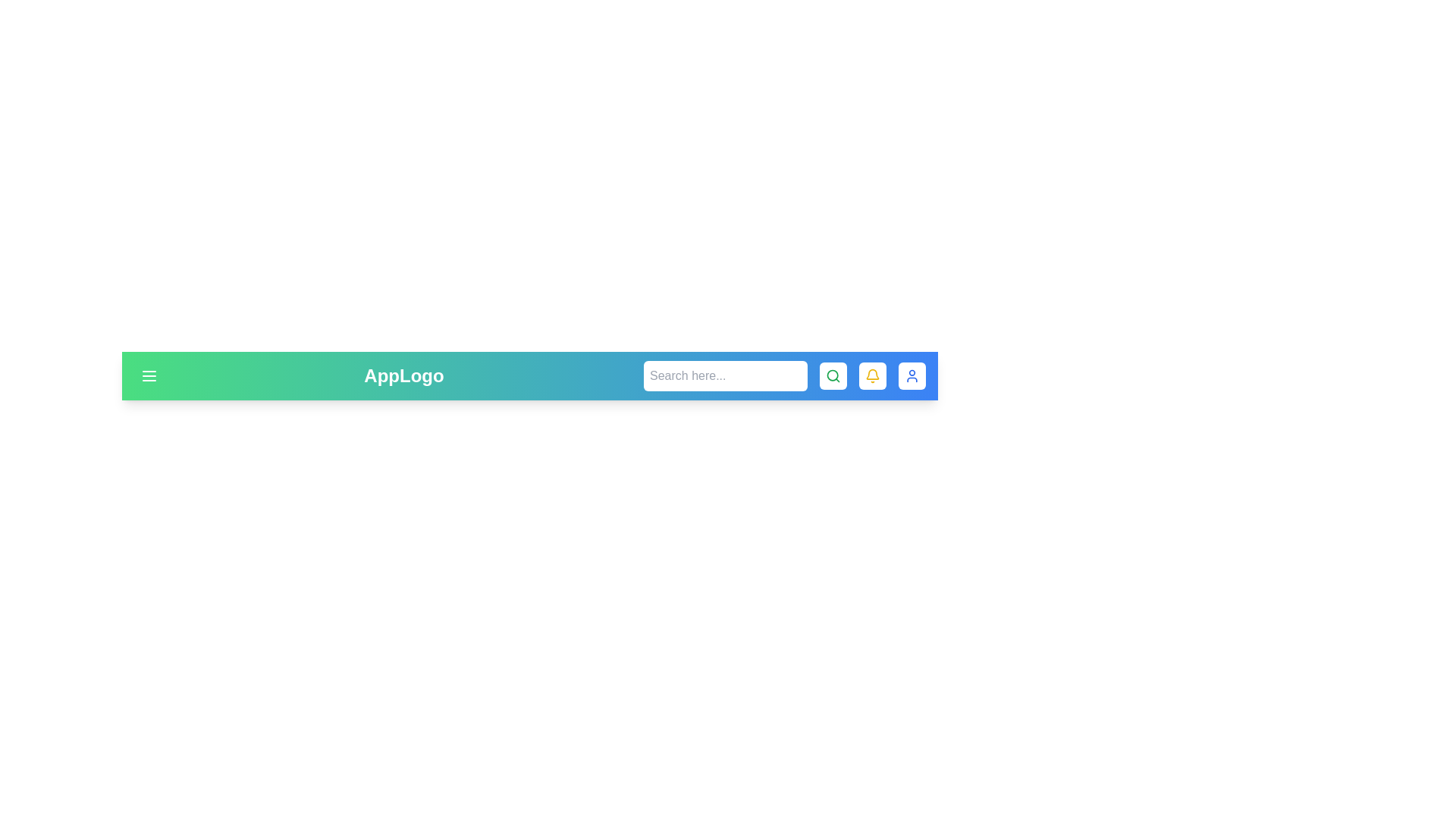 Image resolution: width=1456 pixels, height=819 pixels. What do you see at coordinates (833, 375) in the screenshot?
I see `the search icon to toggle the visibility of the search input` at bounding box center [833, 375].